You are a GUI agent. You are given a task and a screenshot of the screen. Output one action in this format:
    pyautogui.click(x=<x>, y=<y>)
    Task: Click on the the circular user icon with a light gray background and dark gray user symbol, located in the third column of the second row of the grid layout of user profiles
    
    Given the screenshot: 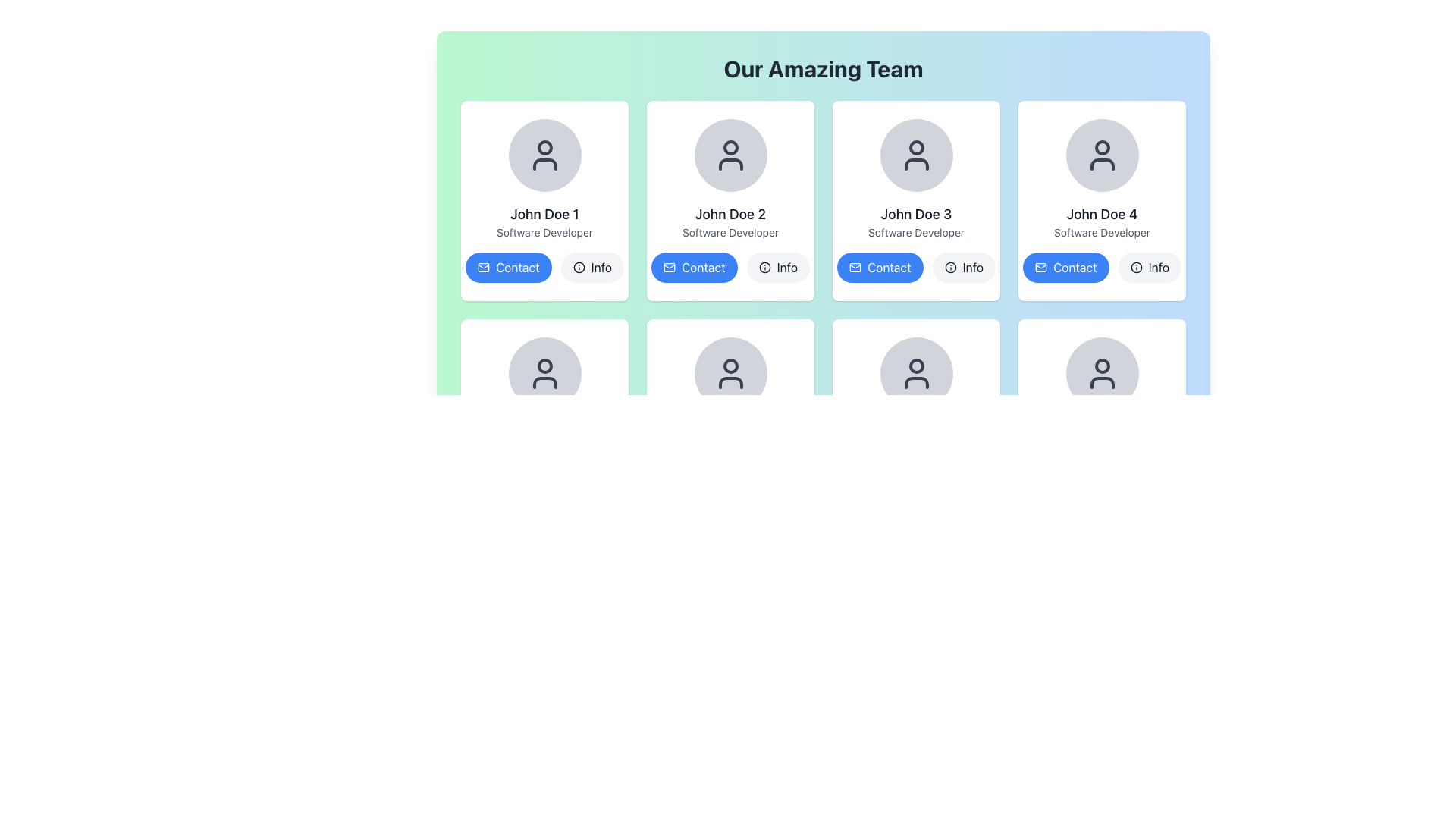 What is the action you would take?
    pyautogui.click(x=730, y=374)
    